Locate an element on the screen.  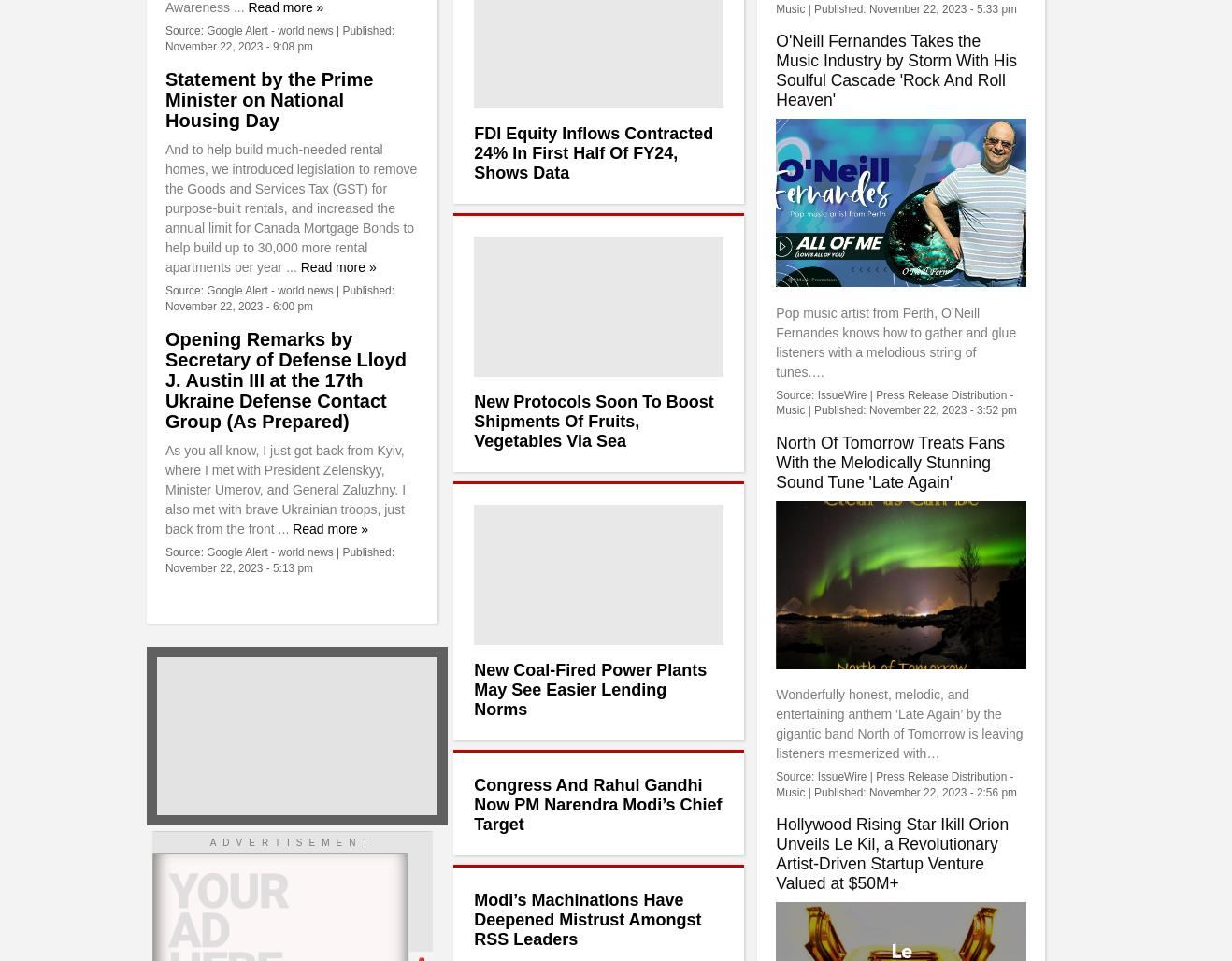
'Hollywood Rising Star Ikill Orion Unveils Le Kil, a Revolutionary Artist-Driven Startup Venture Valued at $50M+' is located at coordinates (891, 853).